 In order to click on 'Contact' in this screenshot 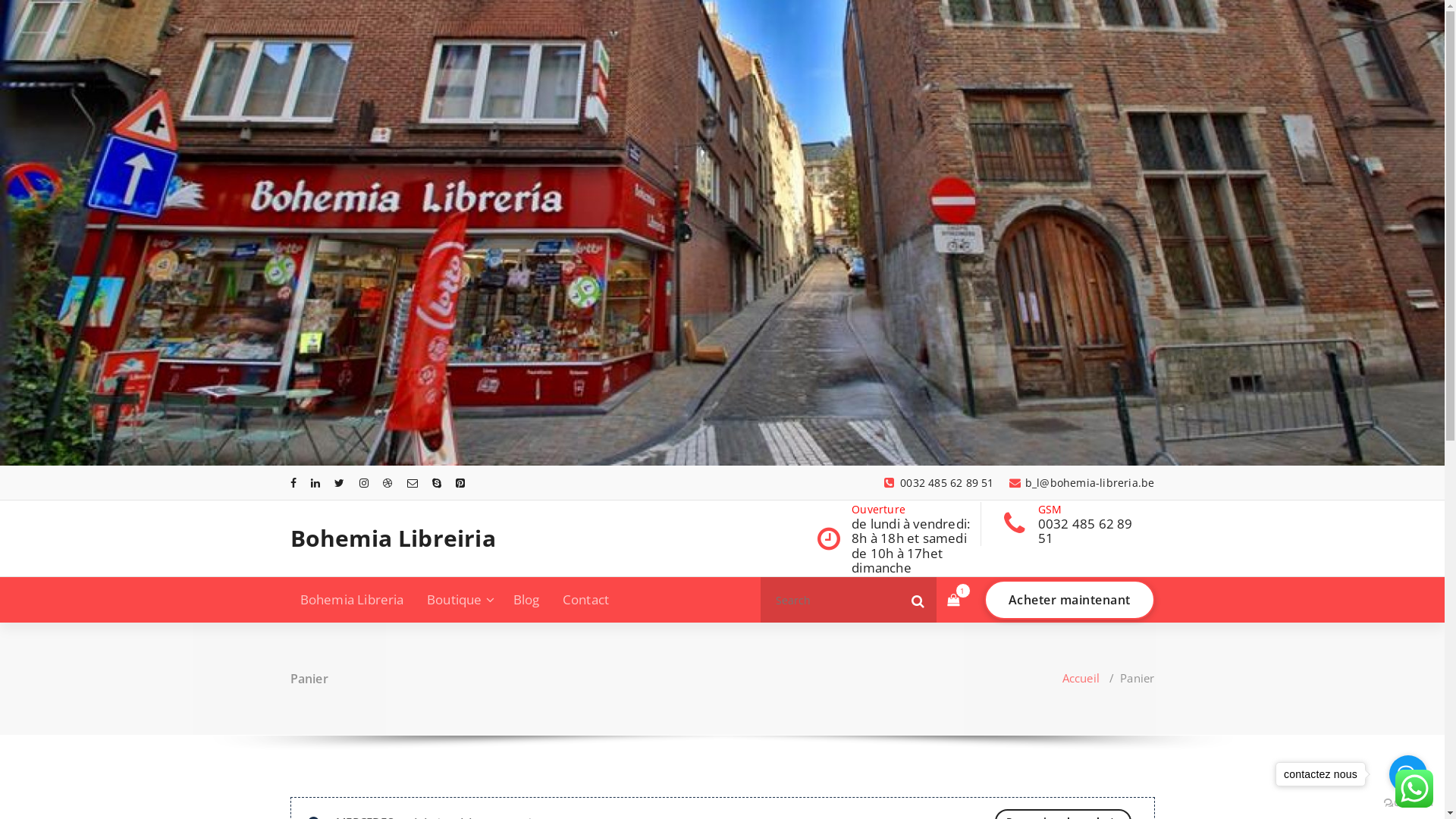, I will do `click(585, 598)`.